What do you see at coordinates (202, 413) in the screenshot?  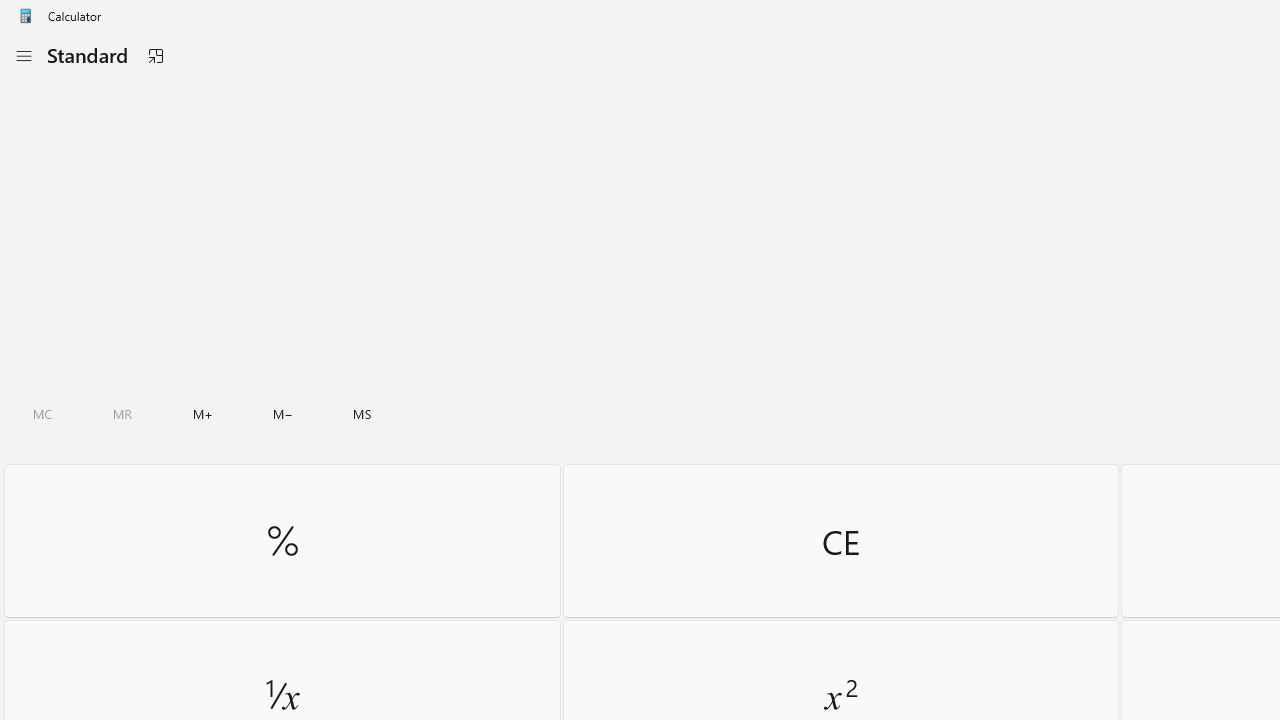 I see `'Memory add'` at bounding box center [202, 413].